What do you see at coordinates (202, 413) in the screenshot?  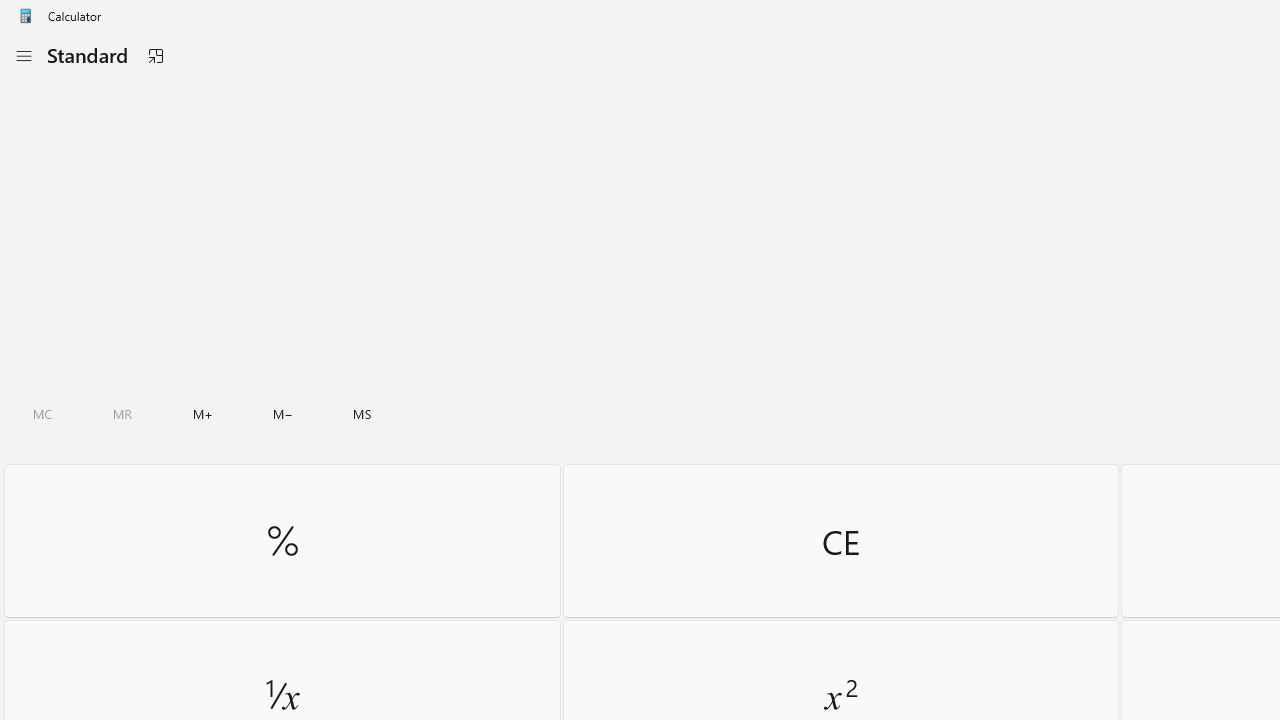 I see `'Memory add'` at bounding box center [202, 413].